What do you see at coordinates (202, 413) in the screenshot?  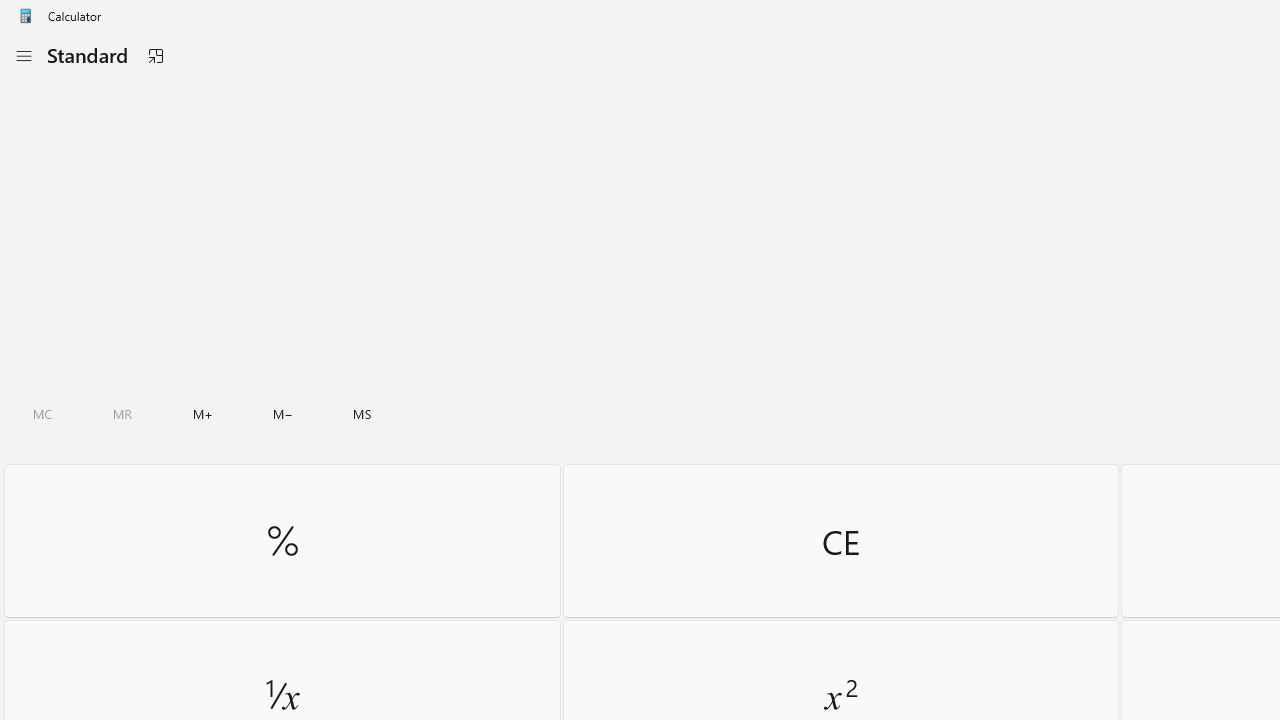 I see `'Memory add'` at bounding box center [202, 413].